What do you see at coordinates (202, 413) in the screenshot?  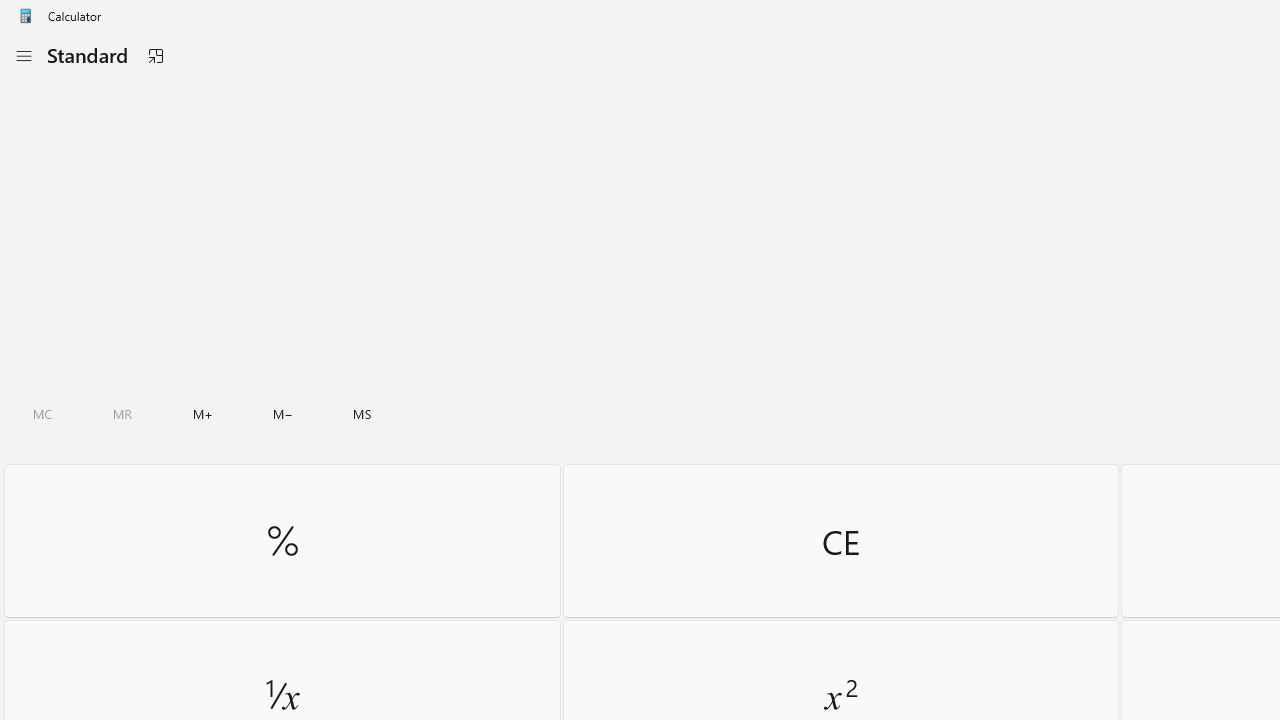 I see `'Memory add'` at bounding box center [202, 413].